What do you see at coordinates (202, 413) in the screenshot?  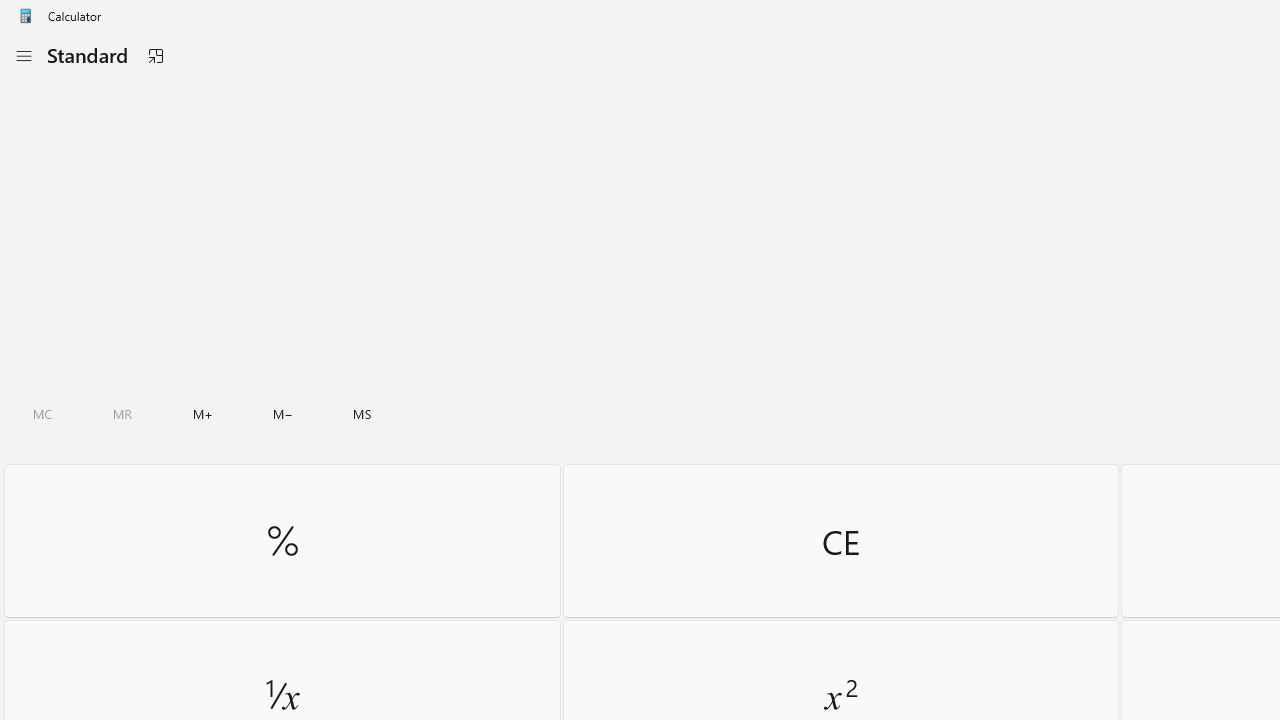 I see `'Memory add'` at bounding box center [202, 413].